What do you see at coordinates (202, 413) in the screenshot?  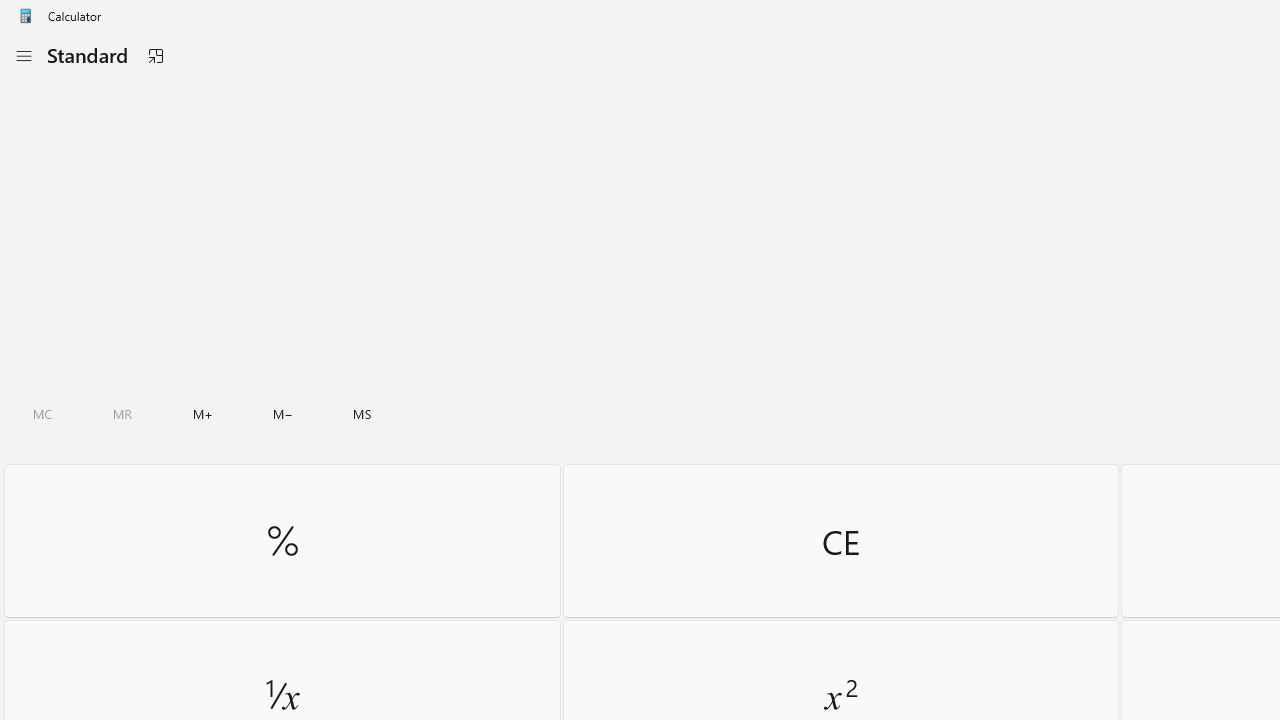 I see `'Memory add'` at bounding box center [202, 413].